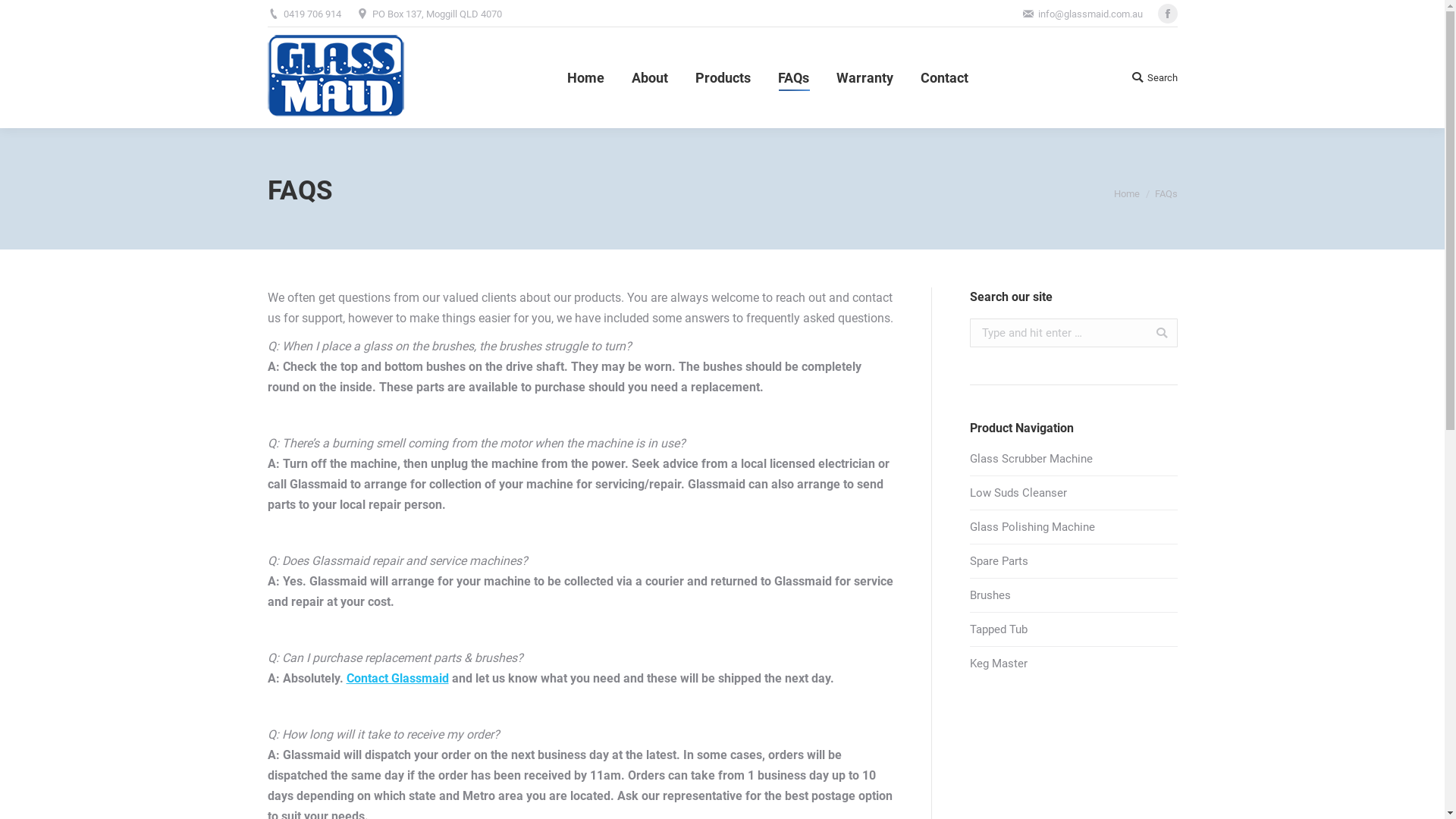 The image size is (1456, 819). I want to click on 'FAQs', so click(775, 77).